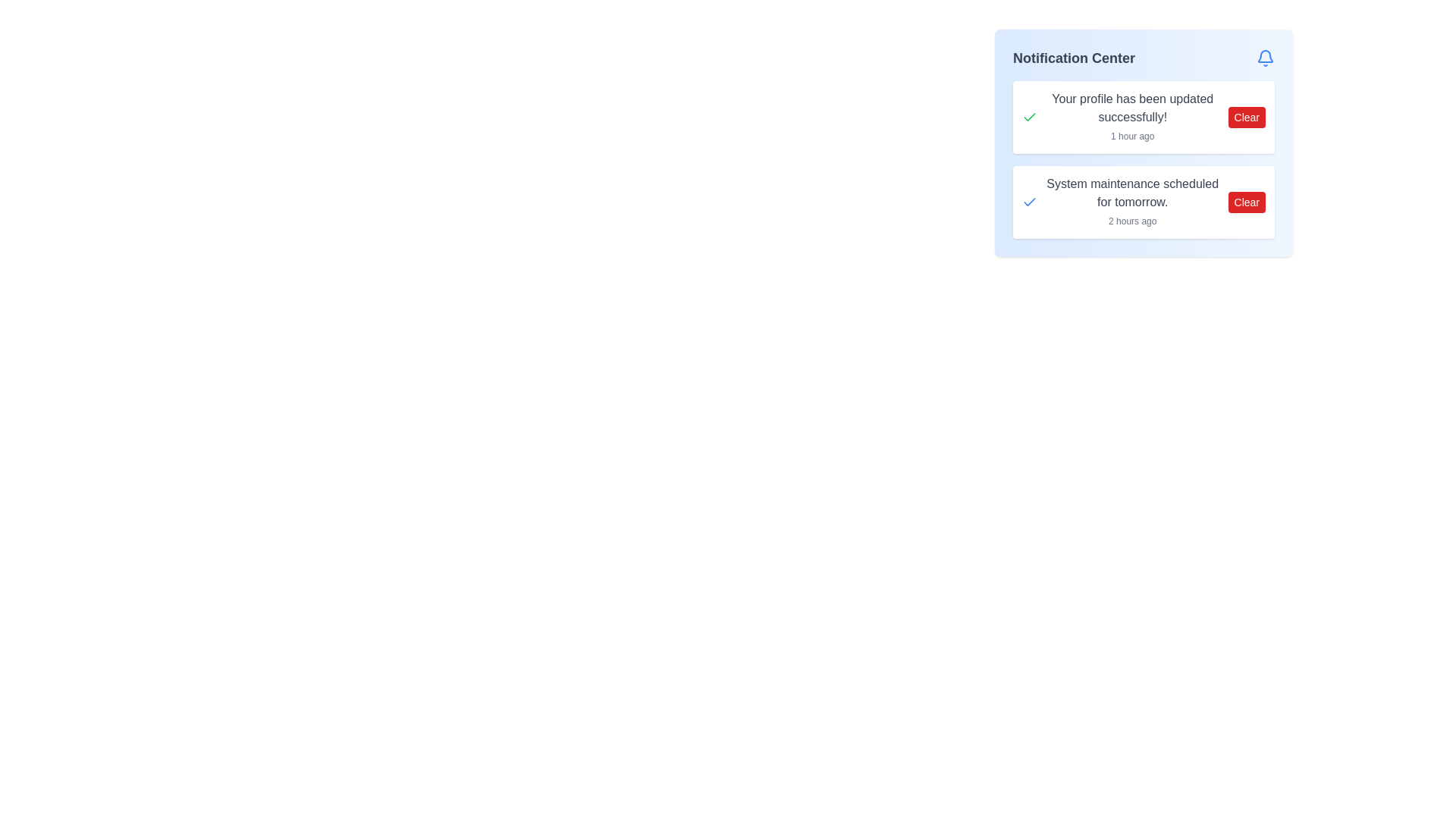  What do you see at coordinates (1247, 201) in the screenshot?
I see `the 'Clear' button, which is a rectangular button with white text on a red background, to observe the color change effect` at bounding box center [1247, 201].